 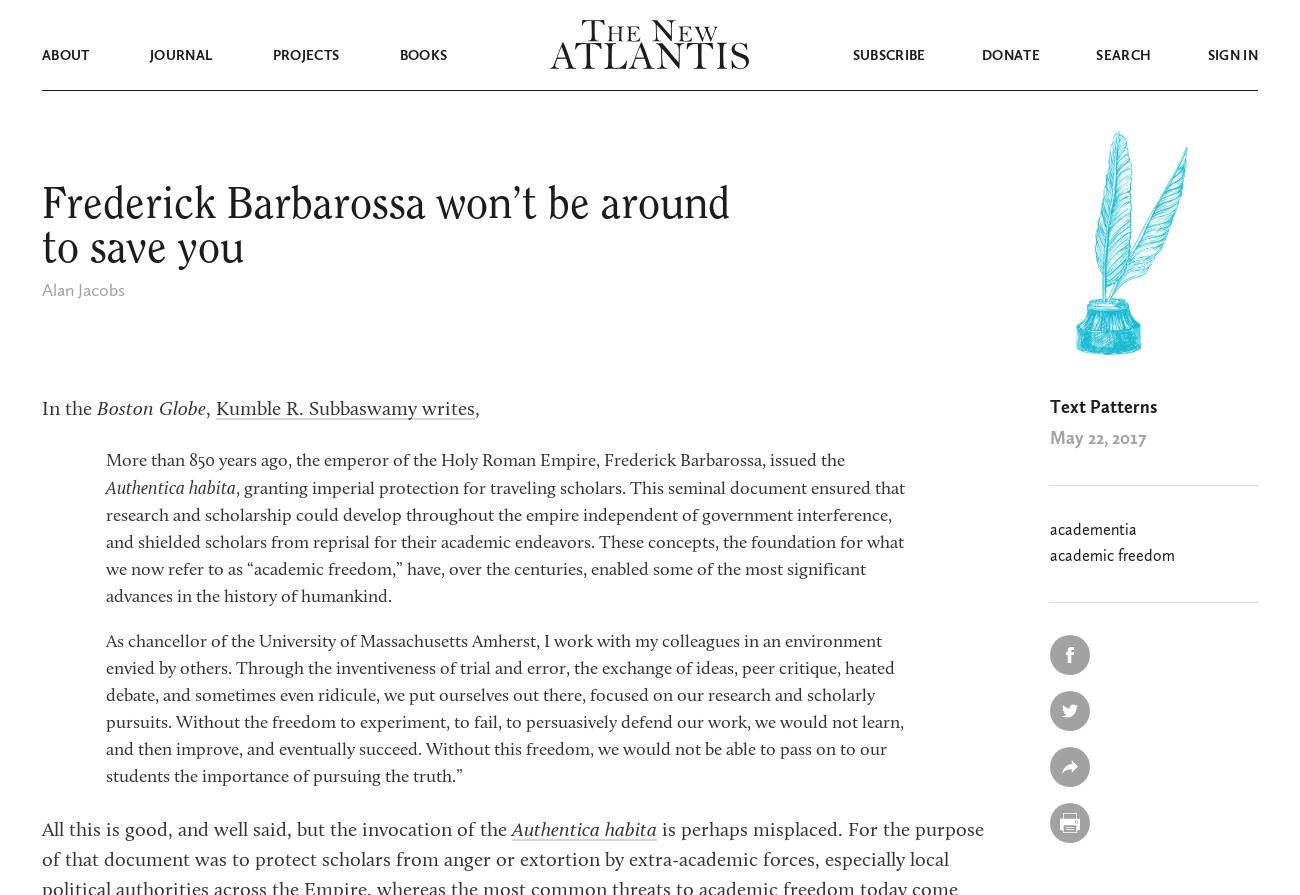 What do you see at coordinates (1111, 555) in the screenshot?
I see `'academic freedom'` at bounding box center [1111, 555].